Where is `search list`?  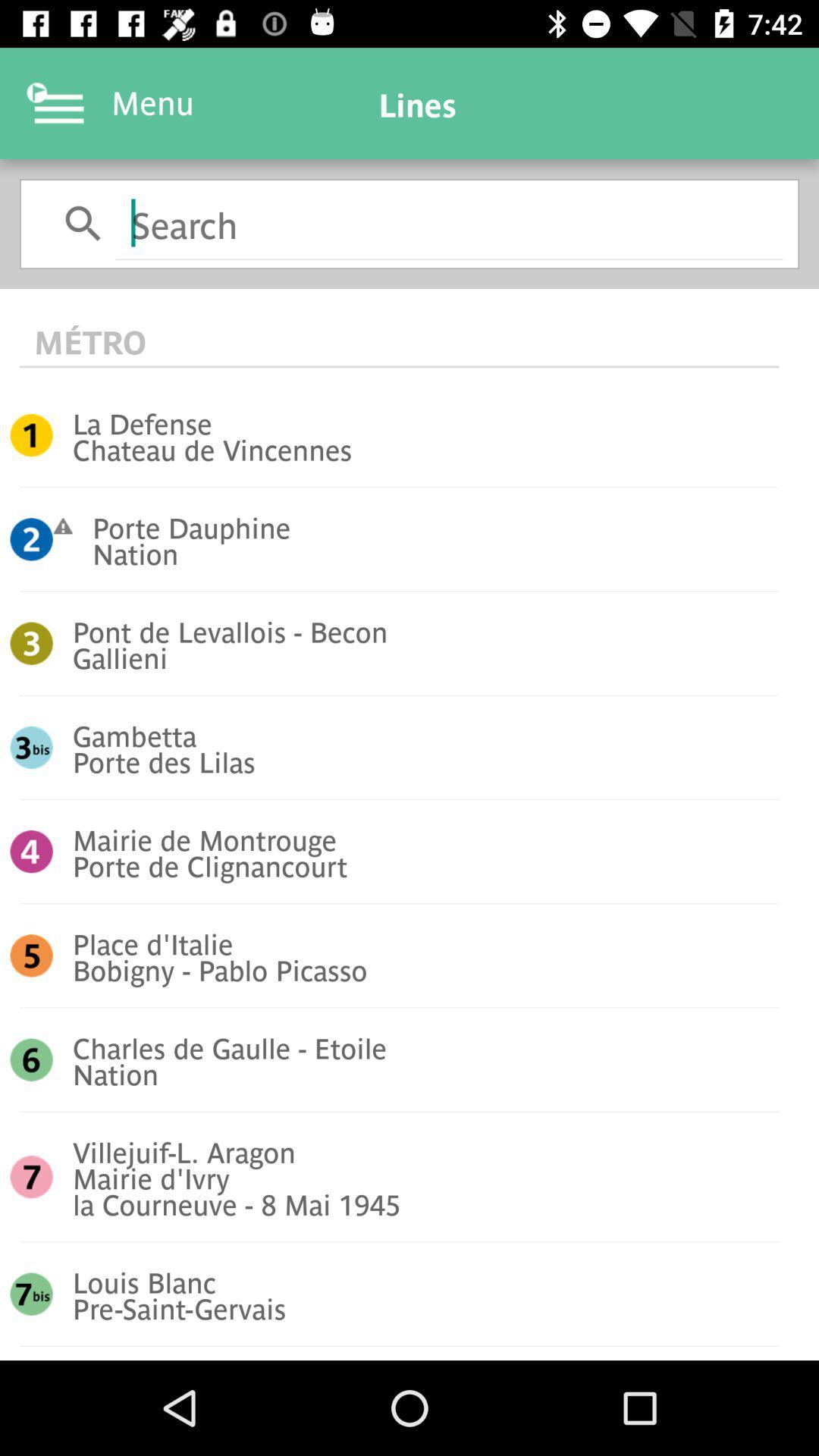 search list is located at coordinates (448, 221).